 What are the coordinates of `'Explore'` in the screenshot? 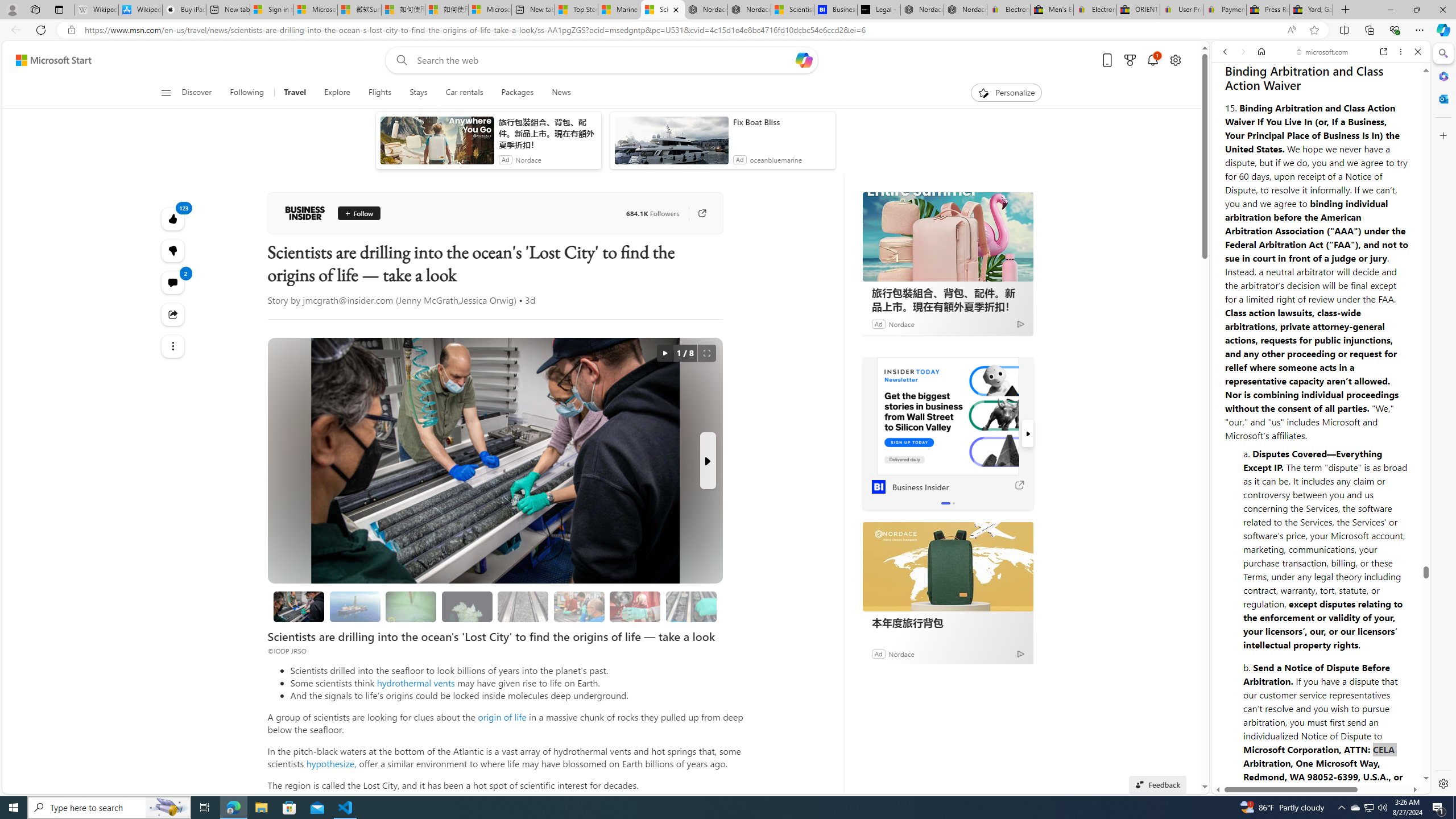 It's located at (336, 92).